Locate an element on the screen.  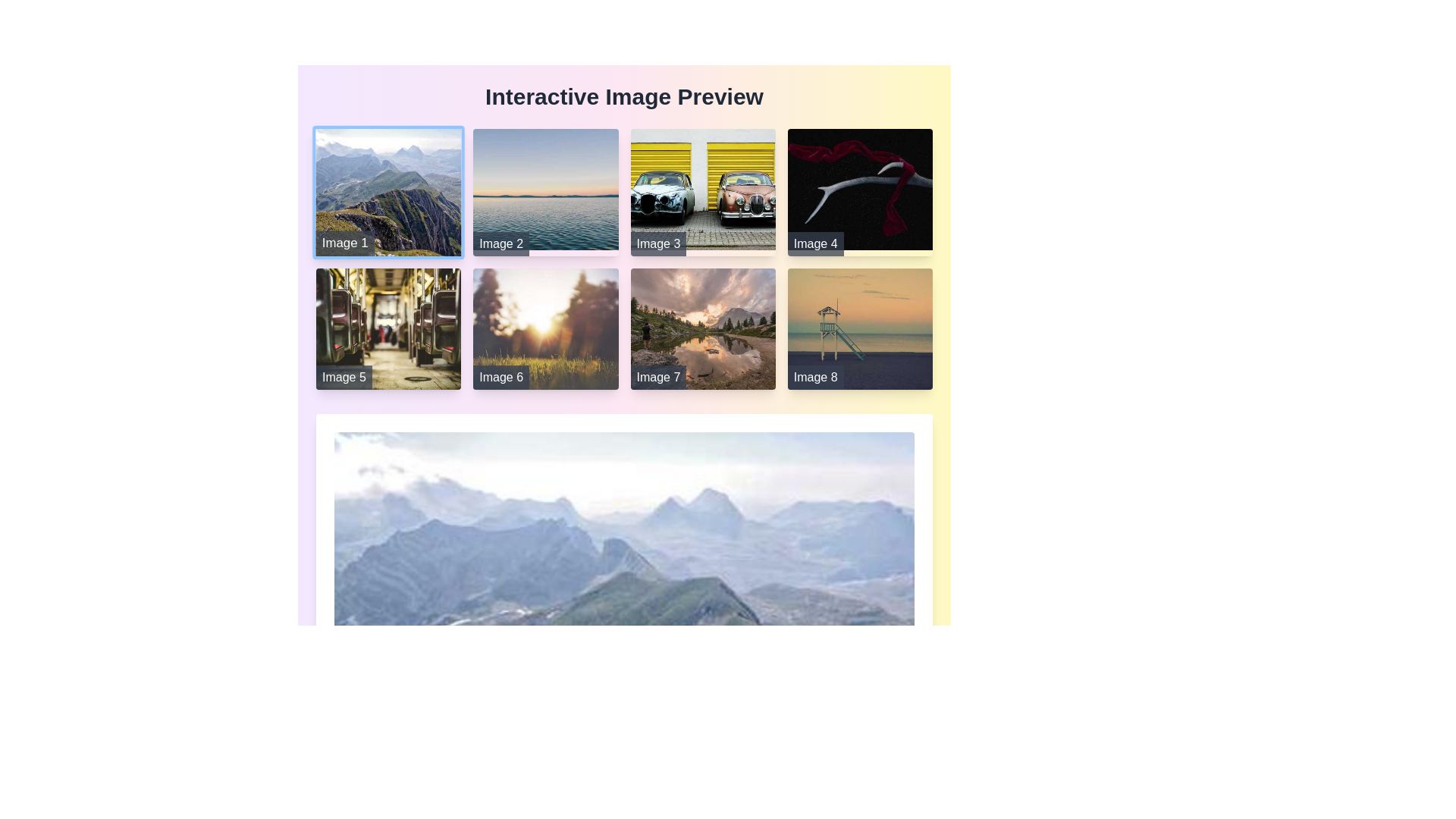
text content of the label displaying 'Image 4' in white font over a semi-transparent dark gray background, positioned at the bottom edge of the image thumbnail in the second row and fourth column of a grid layout is located at coordinates (814, 243).